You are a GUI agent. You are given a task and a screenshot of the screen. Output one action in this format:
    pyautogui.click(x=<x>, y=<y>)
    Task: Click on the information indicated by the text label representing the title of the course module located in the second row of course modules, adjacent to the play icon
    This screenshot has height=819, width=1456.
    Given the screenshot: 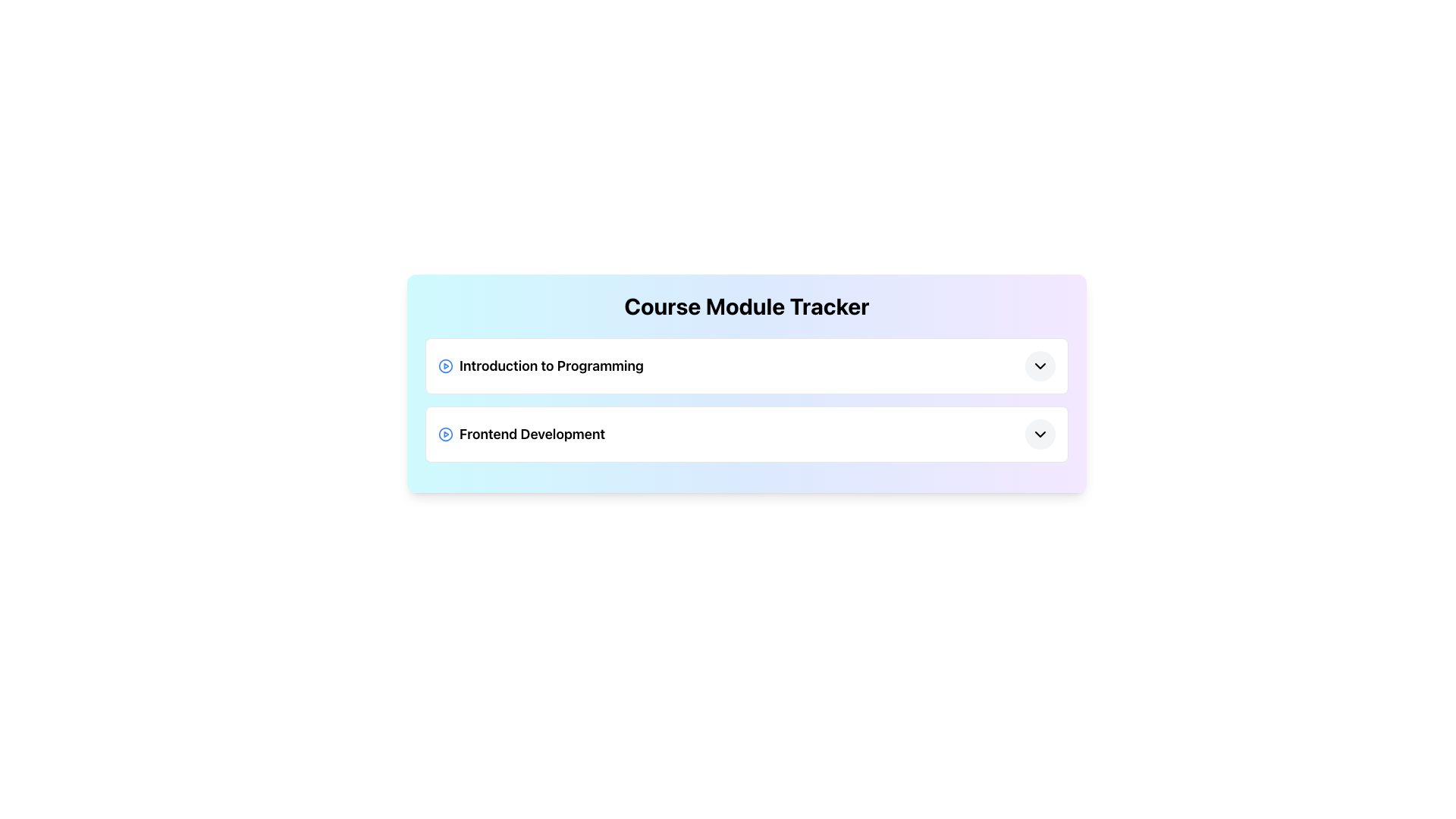 What is the action you would take?
    pyautogui.click(x=522, y=435)
    